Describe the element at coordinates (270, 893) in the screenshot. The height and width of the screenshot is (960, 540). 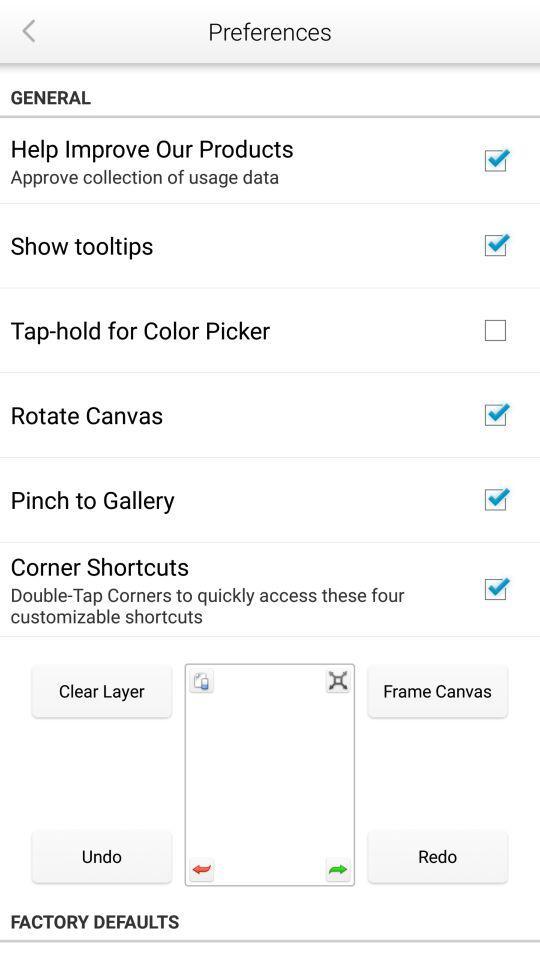
I see `the minus icon` at that location.